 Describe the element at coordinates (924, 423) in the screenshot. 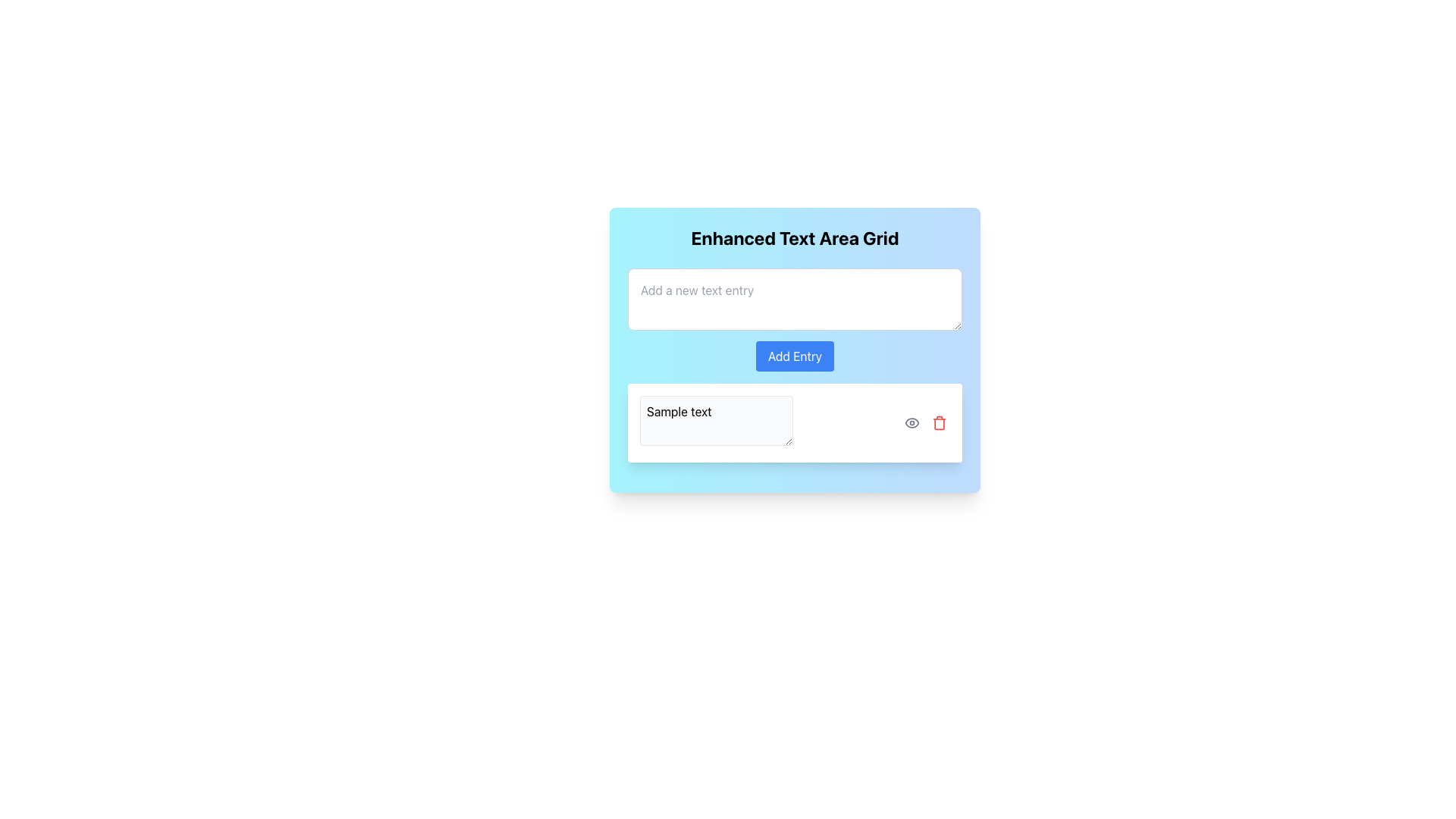

I see `the trash icon on the right side of the composite UI element containing two buttons for deleting the associated text entry` at that location.